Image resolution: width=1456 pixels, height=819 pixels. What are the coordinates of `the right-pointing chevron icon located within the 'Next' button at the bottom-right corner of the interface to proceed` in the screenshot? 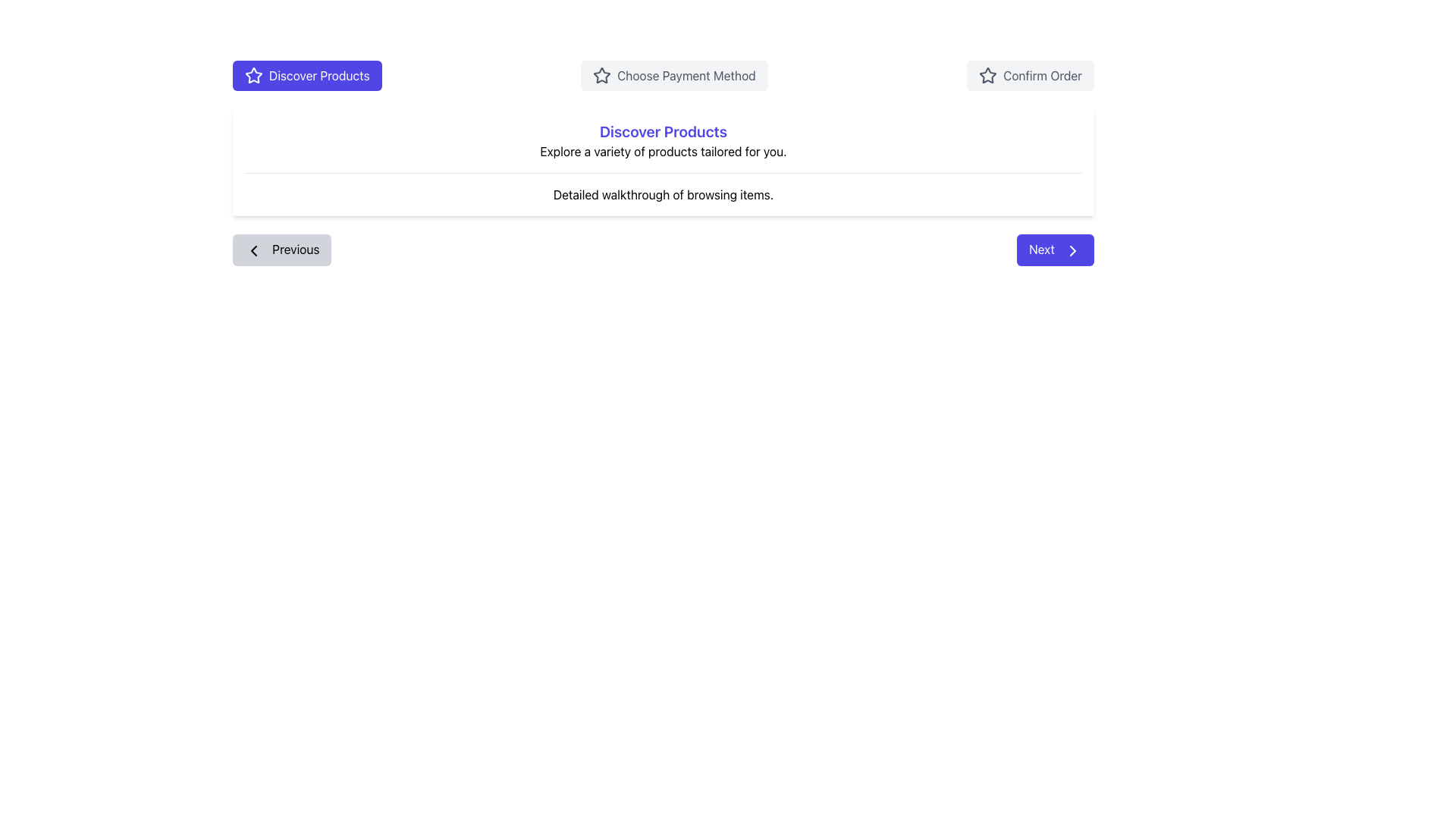 It's located at (1072, 249).